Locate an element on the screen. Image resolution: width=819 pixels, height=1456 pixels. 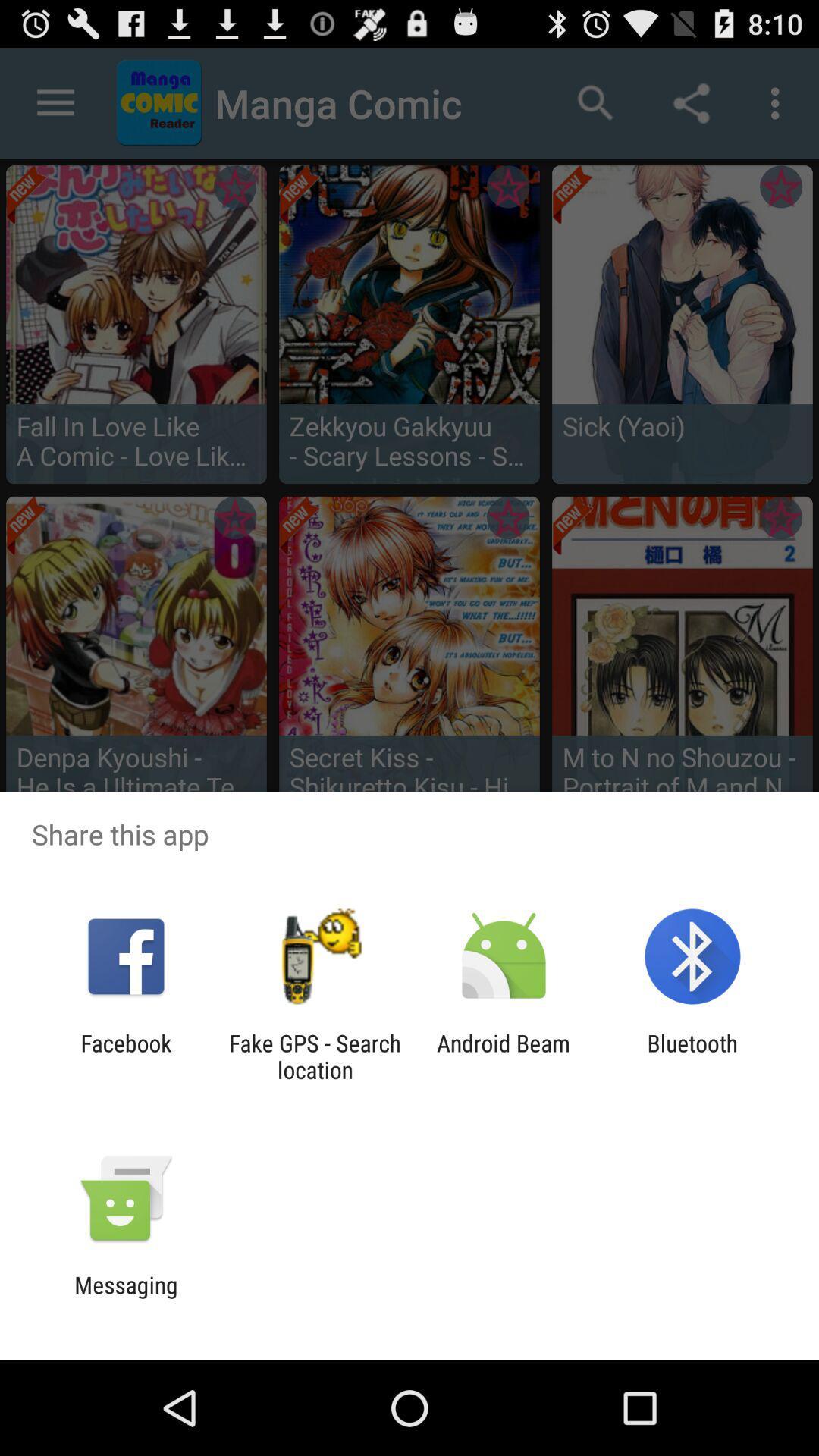
the icon next to the android beam app is located at coordinates (692, 1056).